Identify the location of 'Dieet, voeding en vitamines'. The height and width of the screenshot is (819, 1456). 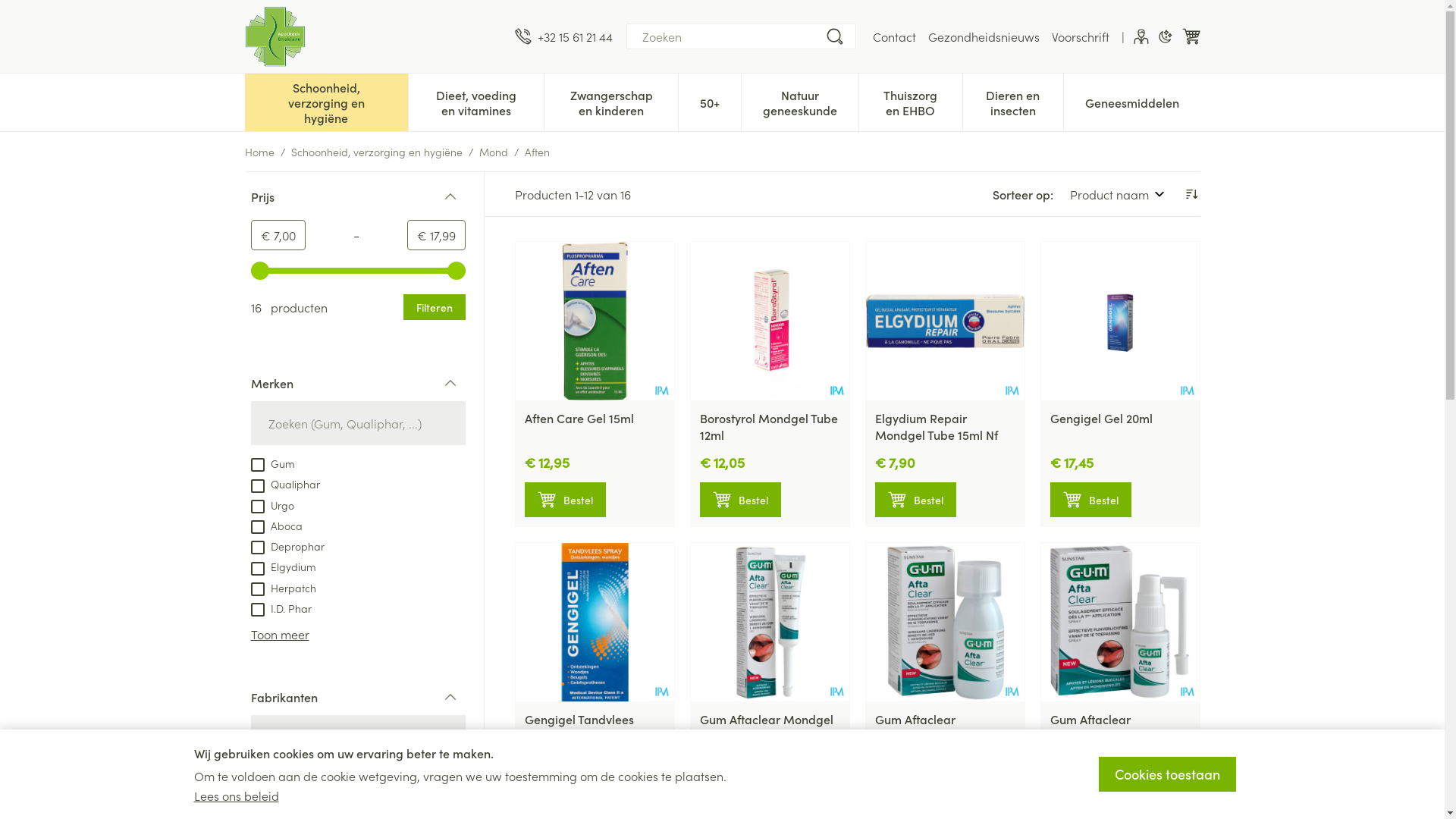
(475, 100).